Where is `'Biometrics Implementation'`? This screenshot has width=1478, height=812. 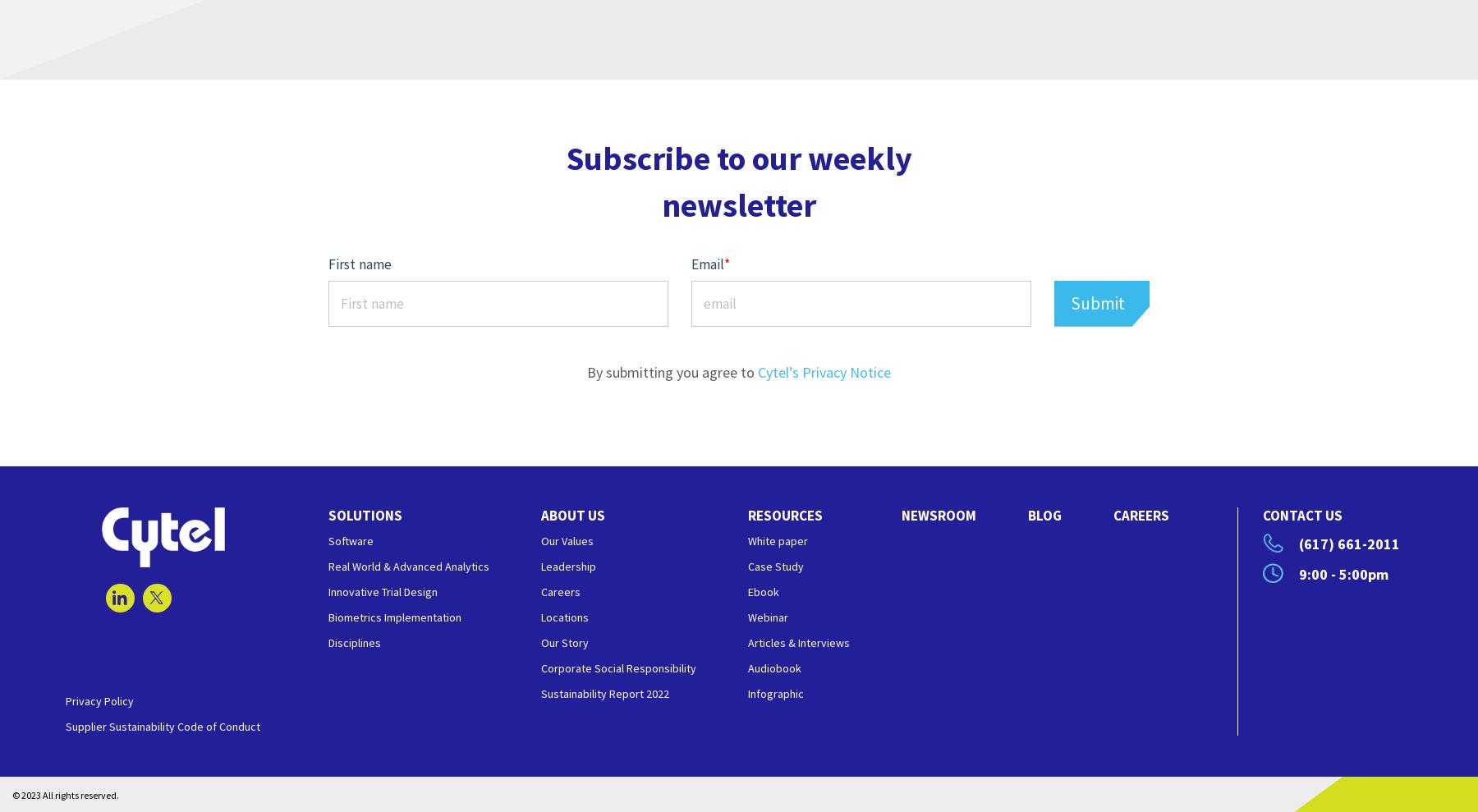 'Biometrics Implementation' is located at coordinates (393, 617).